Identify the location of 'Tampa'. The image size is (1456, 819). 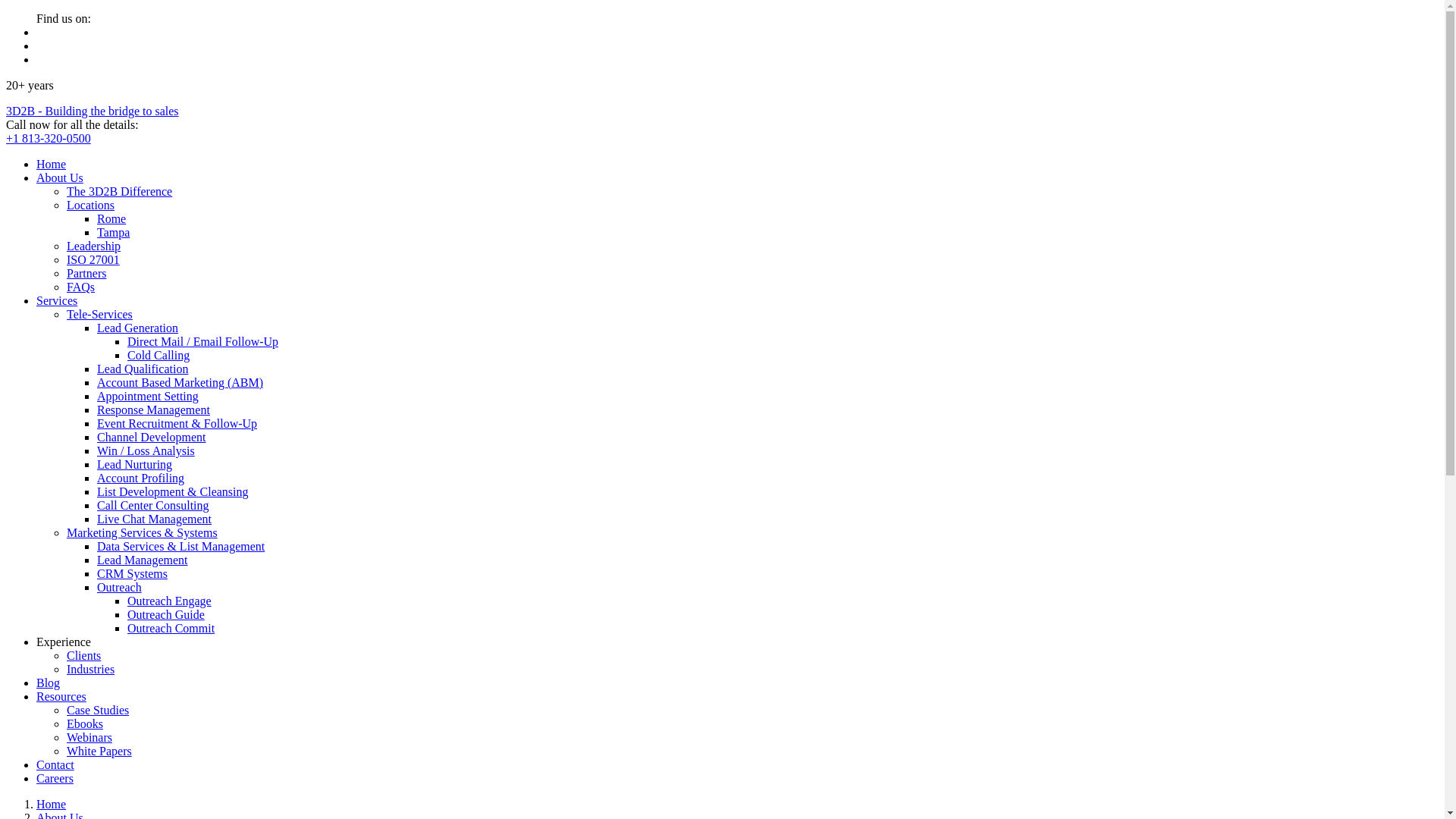
(112, 232).